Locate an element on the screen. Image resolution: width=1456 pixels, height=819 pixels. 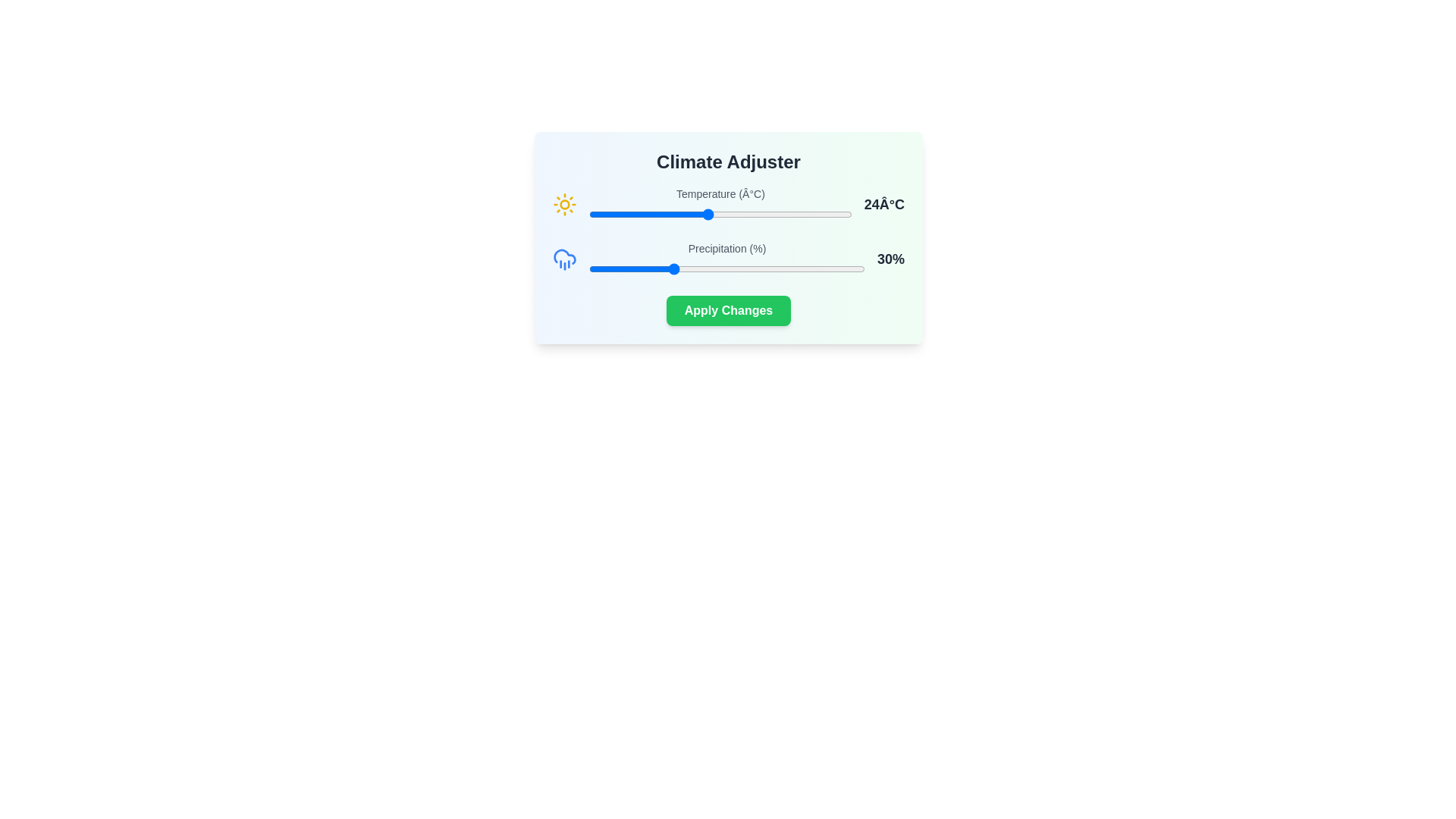
'Apply Changes' button to confirm the settings is located at coordinates (728, 309).